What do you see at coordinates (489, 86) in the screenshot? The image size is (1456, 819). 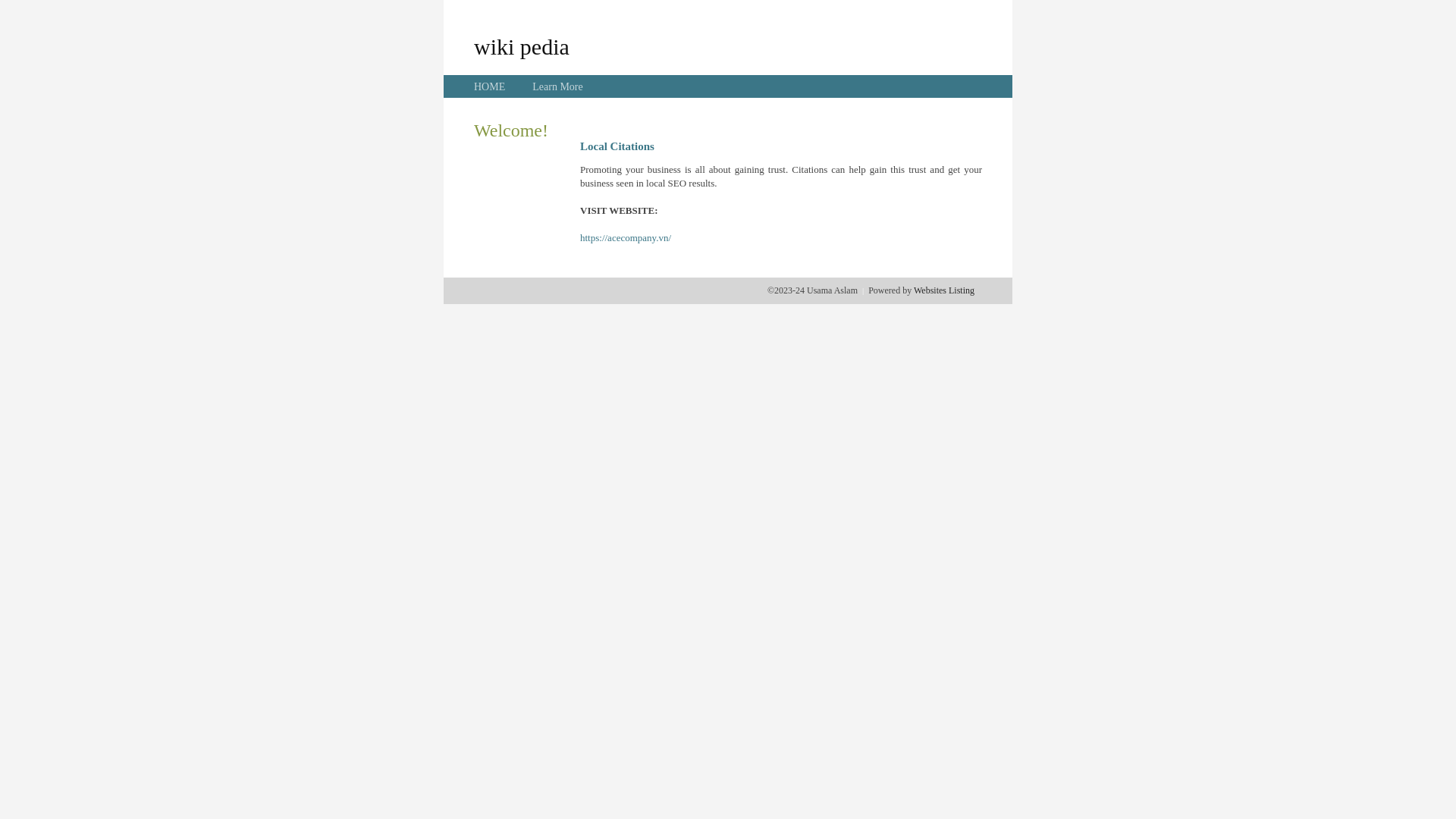 I see `'HOME'` at bounding box center [489, 86].